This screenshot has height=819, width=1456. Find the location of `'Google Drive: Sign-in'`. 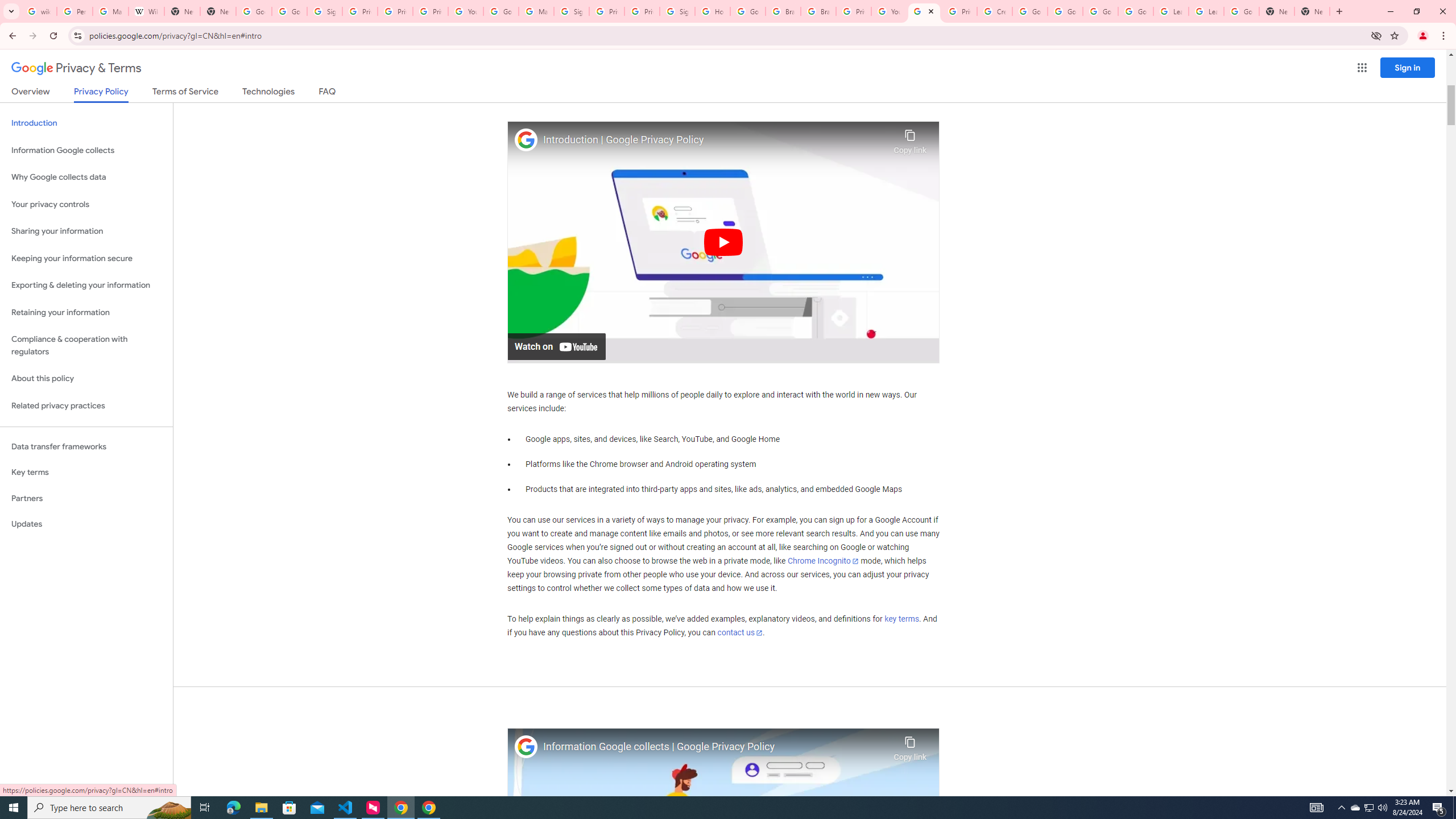

'Google Drive: Sign-in' is located at coordinates (288, 11).